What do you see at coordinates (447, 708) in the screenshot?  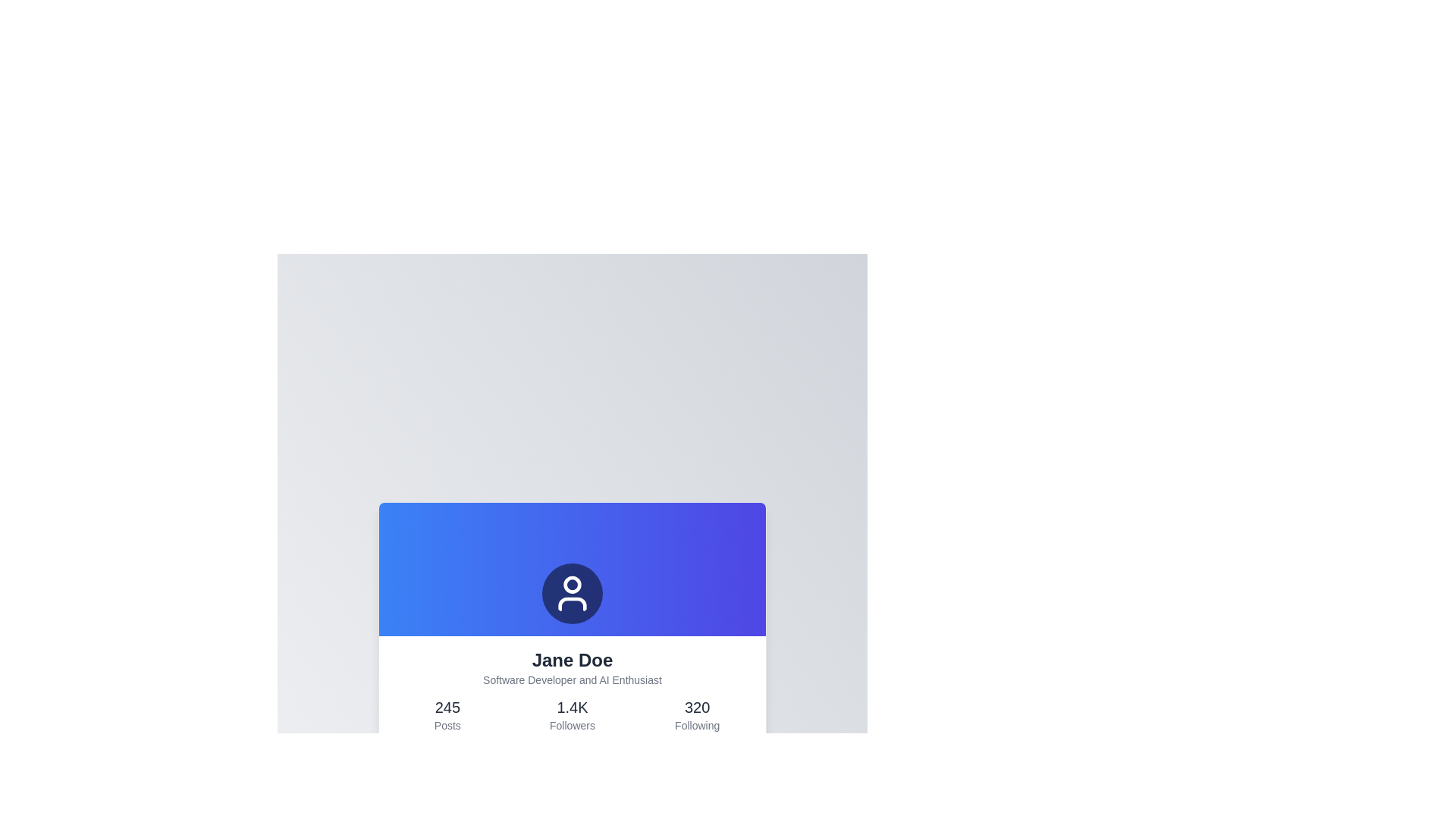 I see `the text label displaying the numerical count of posts associated with the user, which shows '245 Posts' in the statistics section below the user's profile` at bounding box center [447, 708].